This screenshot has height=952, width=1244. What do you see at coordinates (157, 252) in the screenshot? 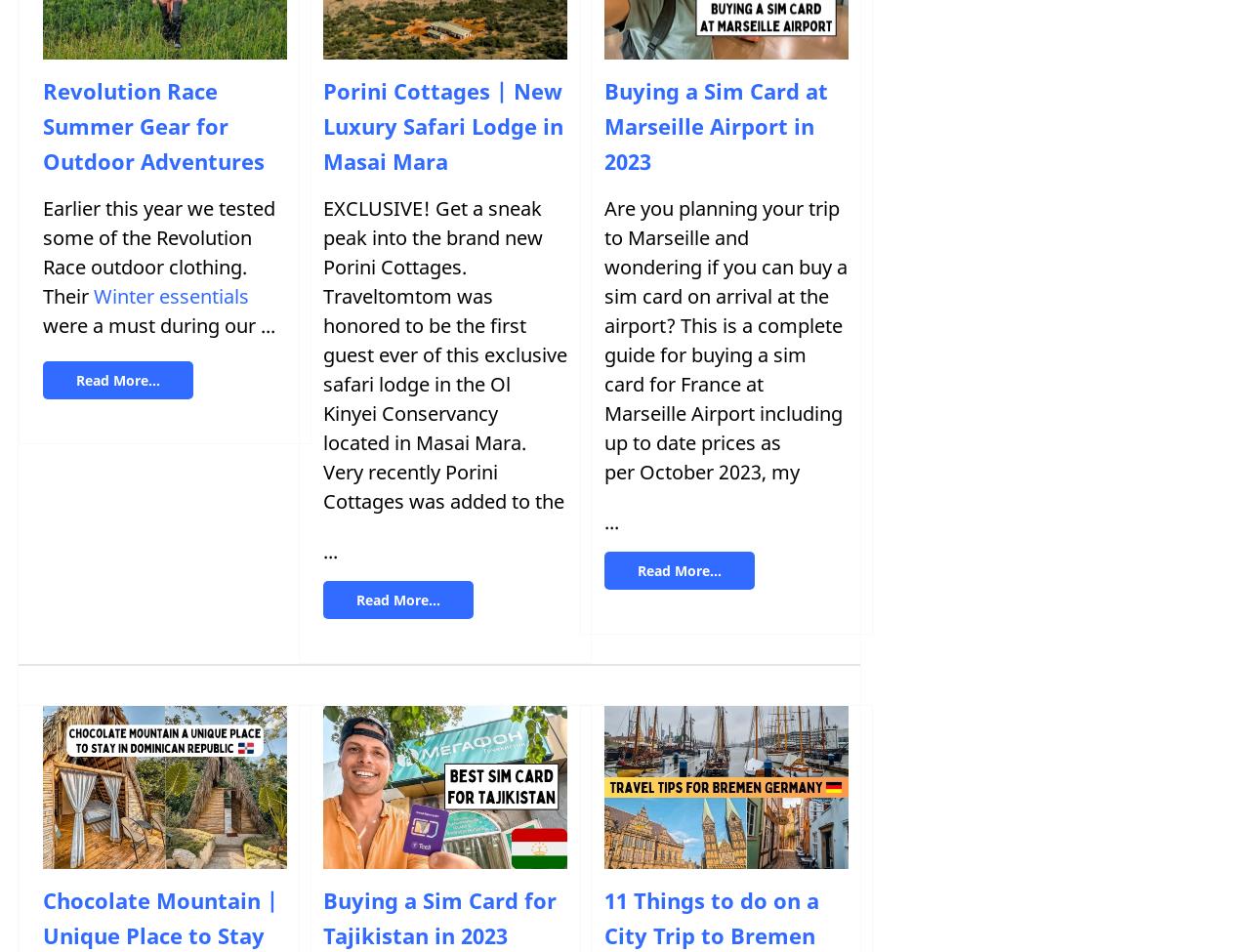
I see `'Earlier this year we tested some of the Revolution Race outdoor clothing. Their'` at bounding box center [157, 252].